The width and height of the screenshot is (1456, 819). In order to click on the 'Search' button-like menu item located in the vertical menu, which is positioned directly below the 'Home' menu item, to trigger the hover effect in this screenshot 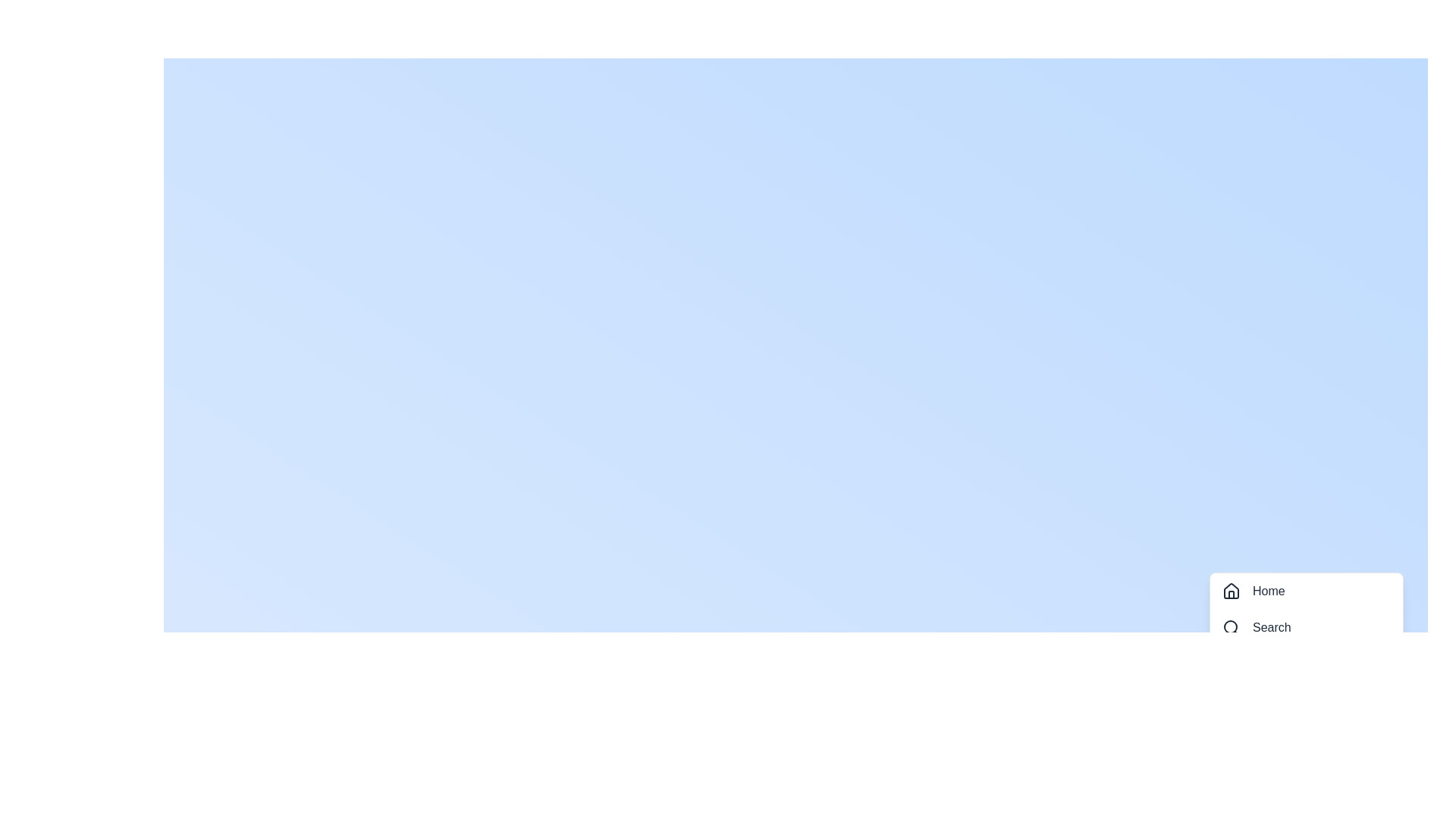, I will do `click(1306, 628)`.